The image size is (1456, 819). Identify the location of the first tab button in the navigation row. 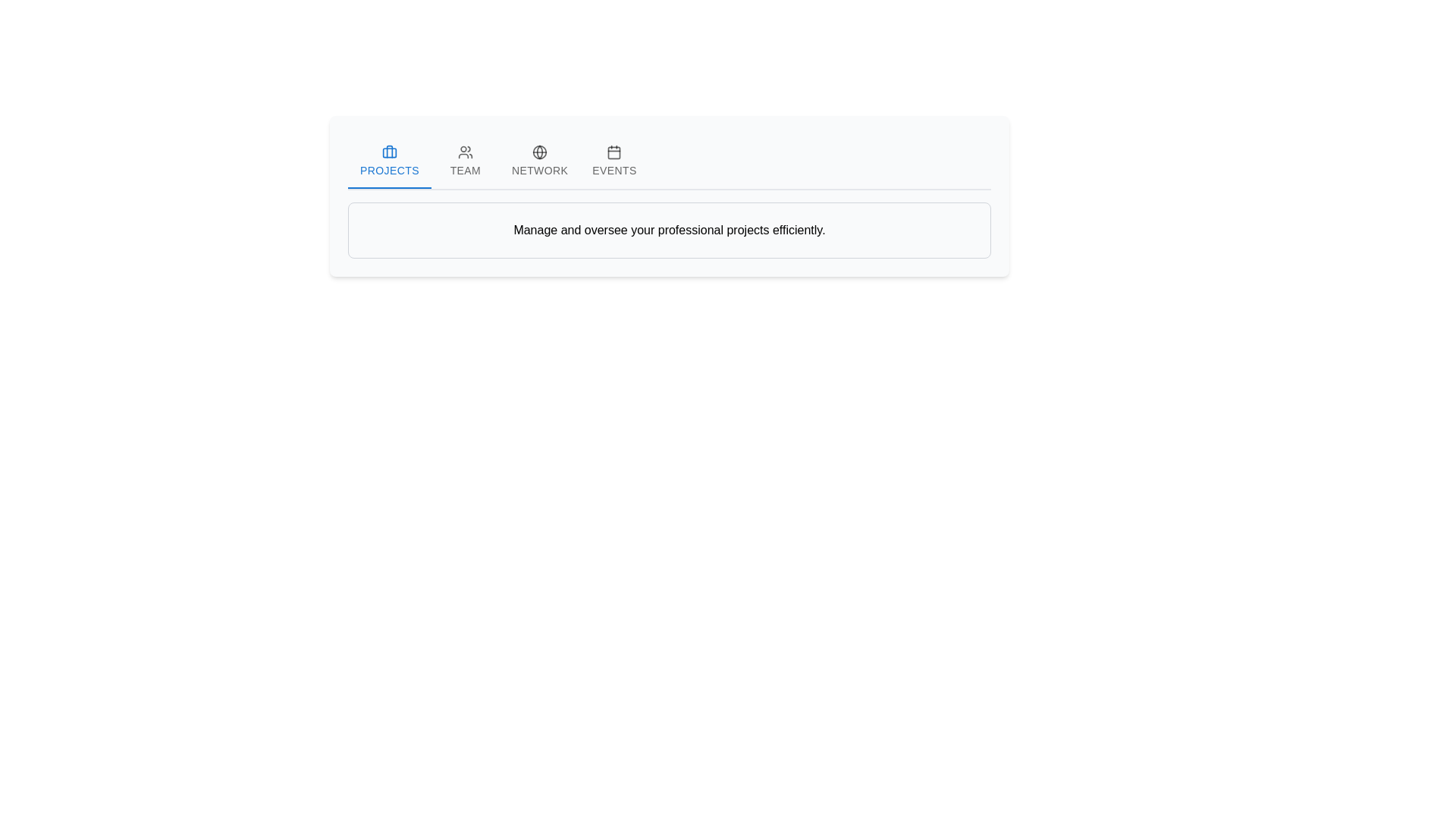
(389, 161).